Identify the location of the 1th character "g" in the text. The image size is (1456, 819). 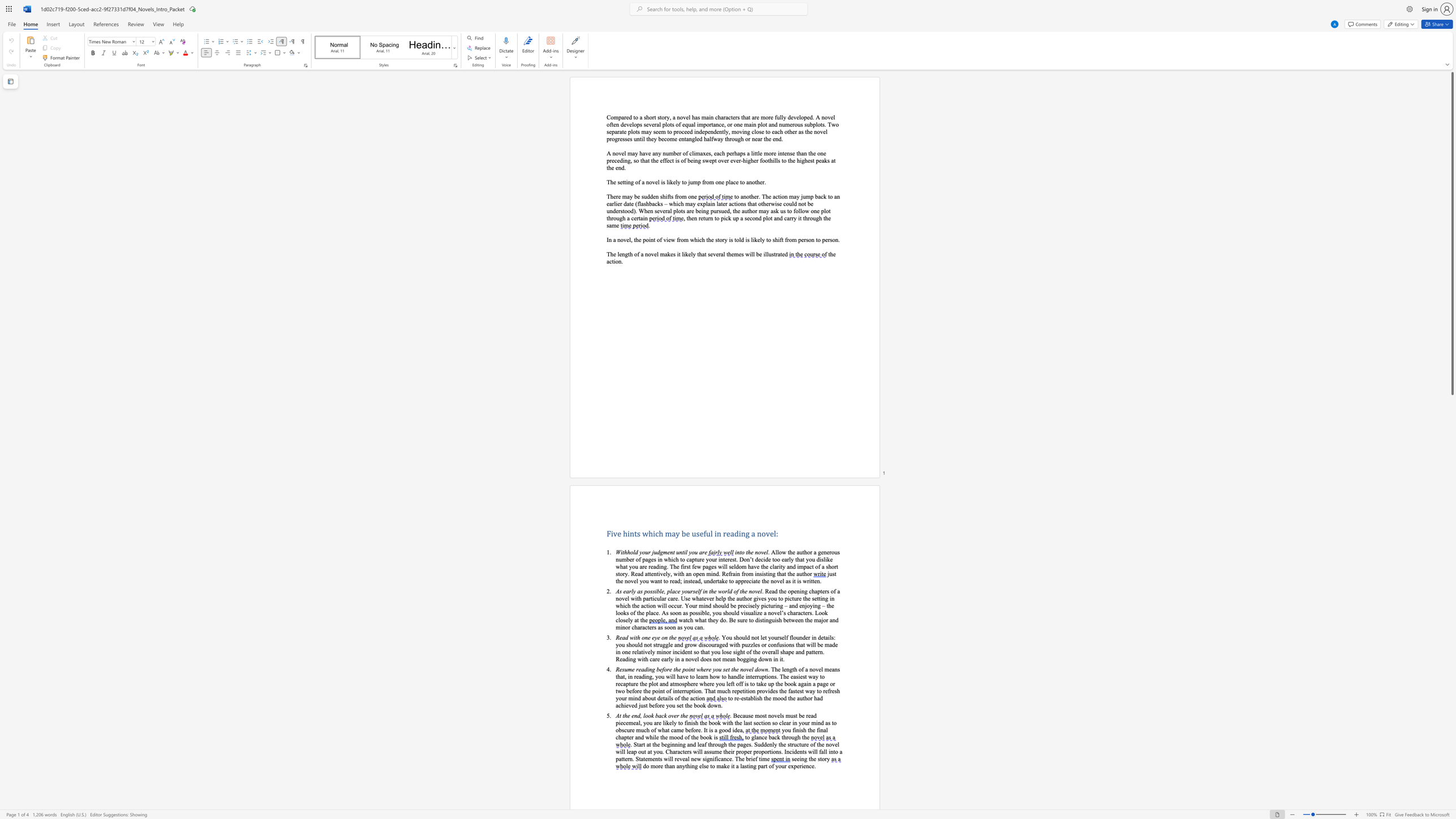
(720, 730).